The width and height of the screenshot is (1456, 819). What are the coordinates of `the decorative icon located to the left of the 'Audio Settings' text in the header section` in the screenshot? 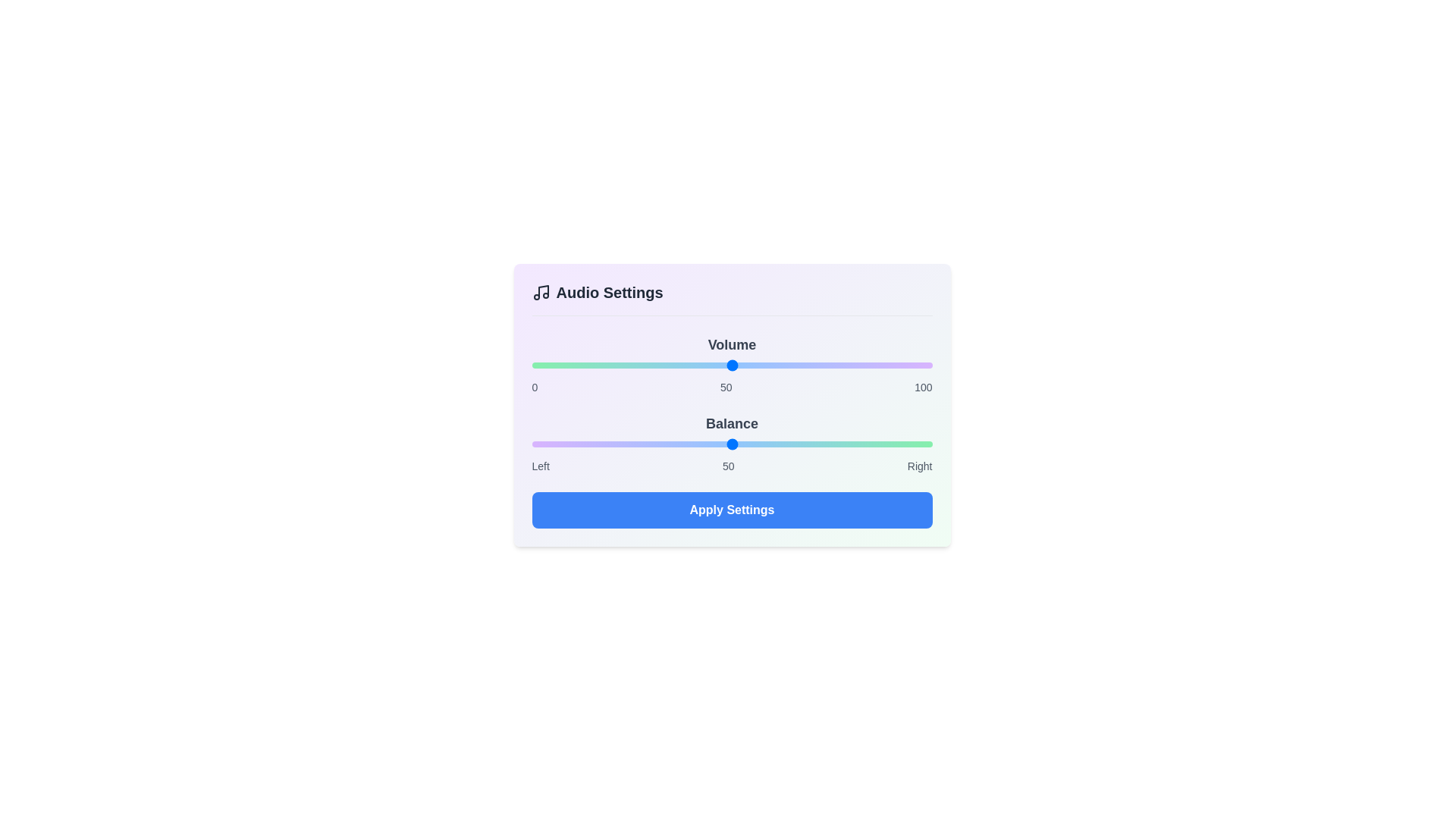 It's located at (541, 292).